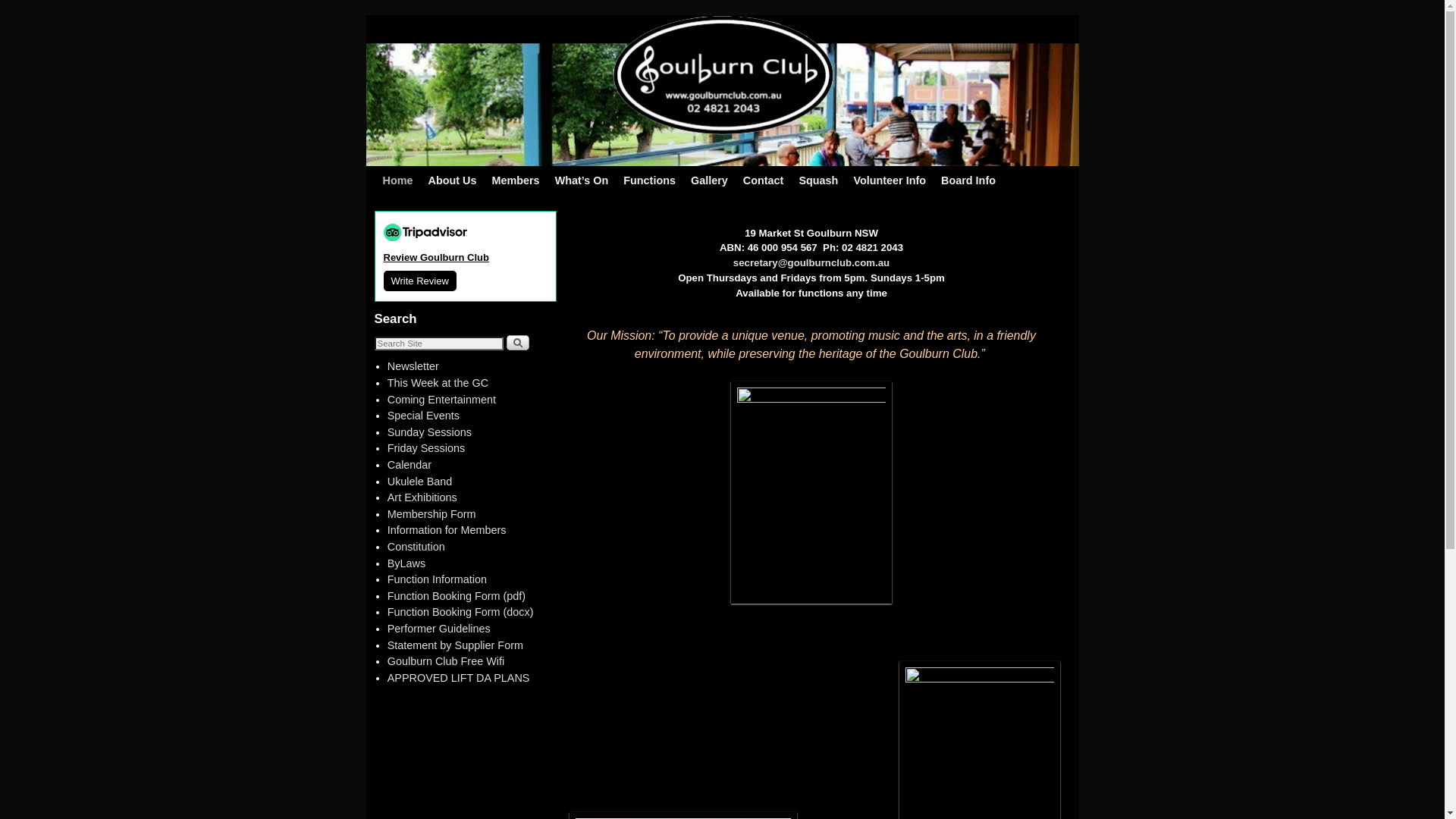 The width and height of the screenshot is (1456, 819). I want to click on 'Function Booking Form (pdf)', so click(455, 595).